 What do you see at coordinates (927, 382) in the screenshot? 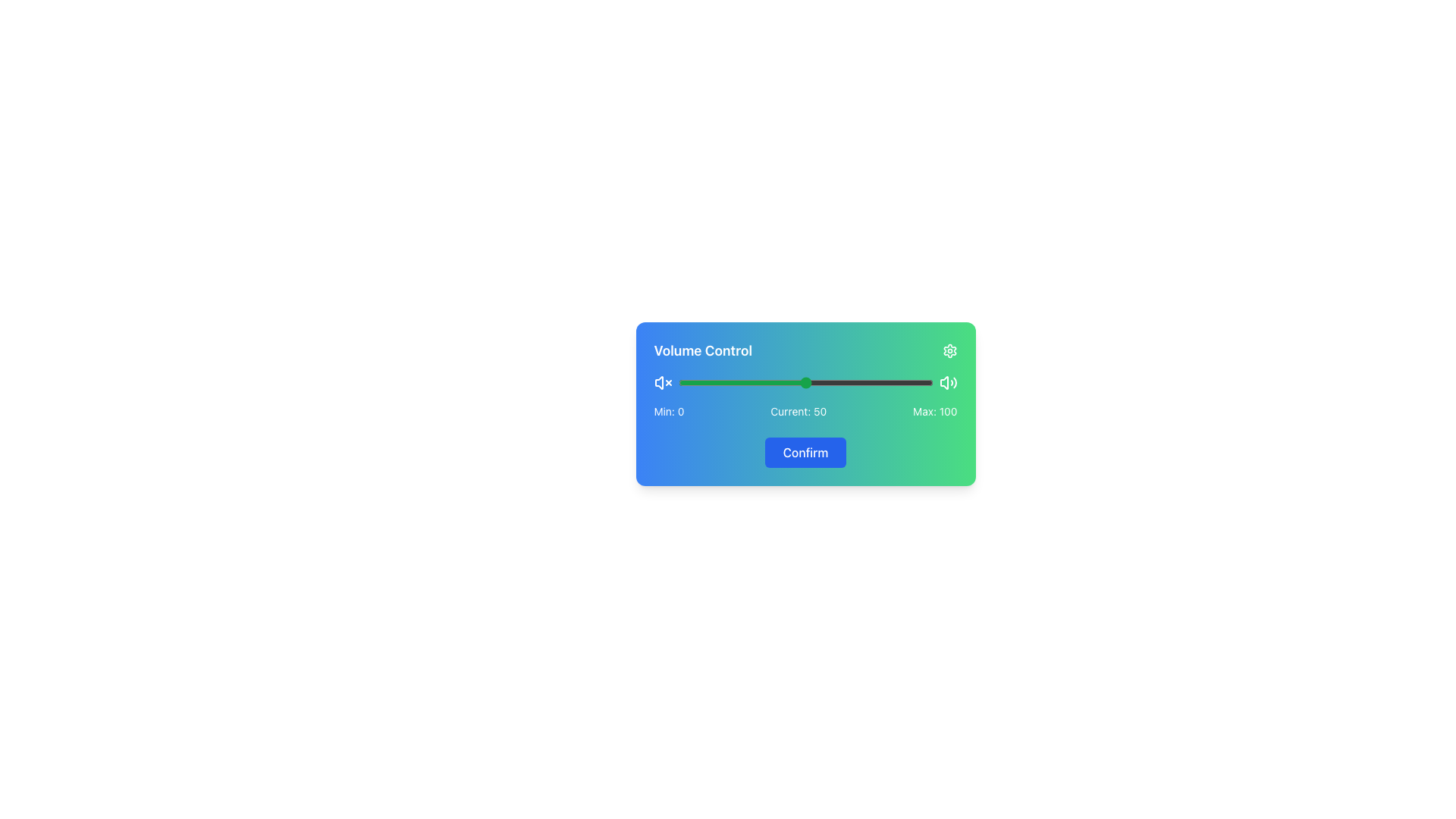
I see `the volume slider` at bounding box center [927, 382].